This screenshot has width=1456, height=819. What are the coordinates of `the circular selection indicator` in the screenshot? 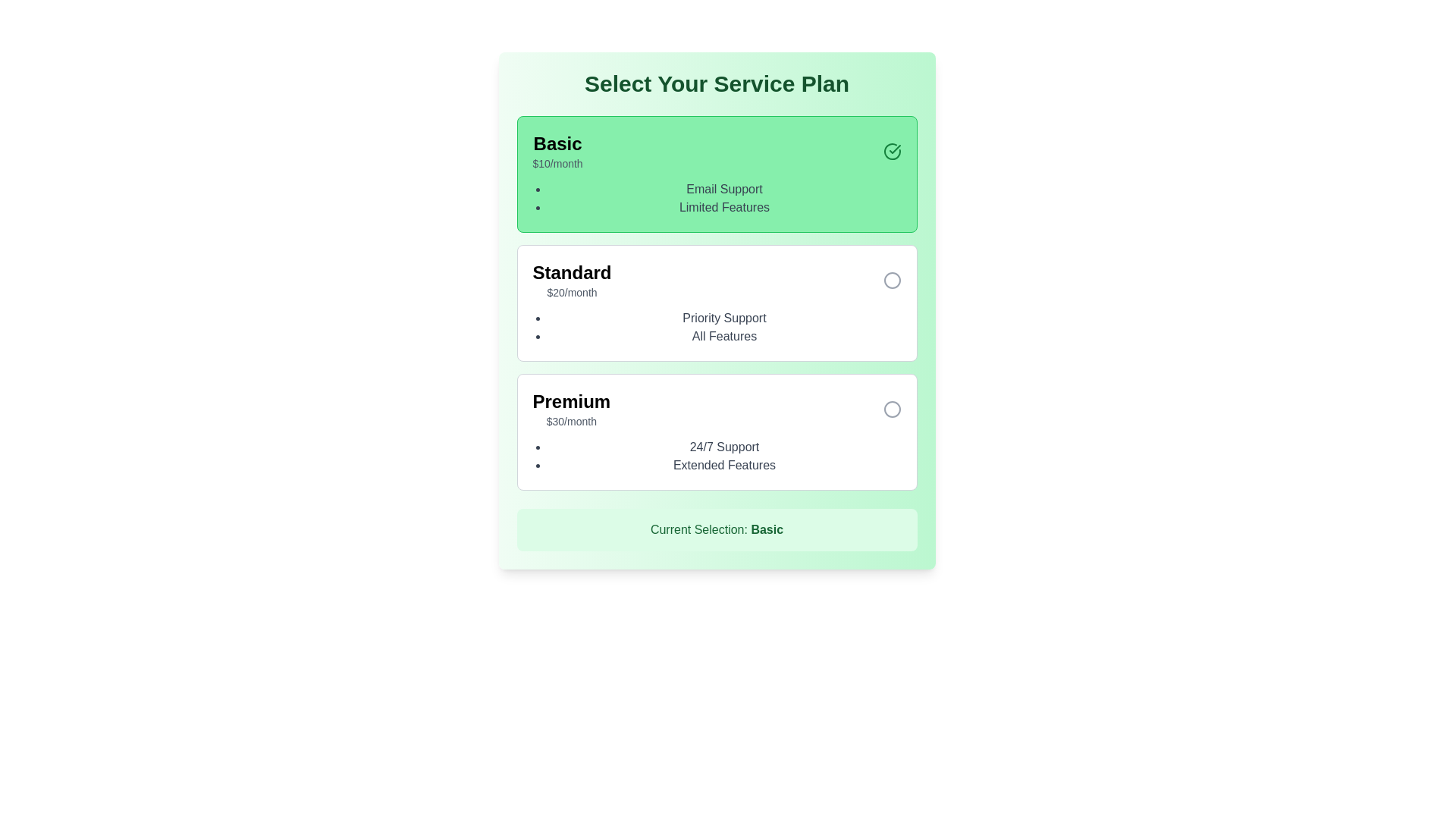 It's located at (892, 409).